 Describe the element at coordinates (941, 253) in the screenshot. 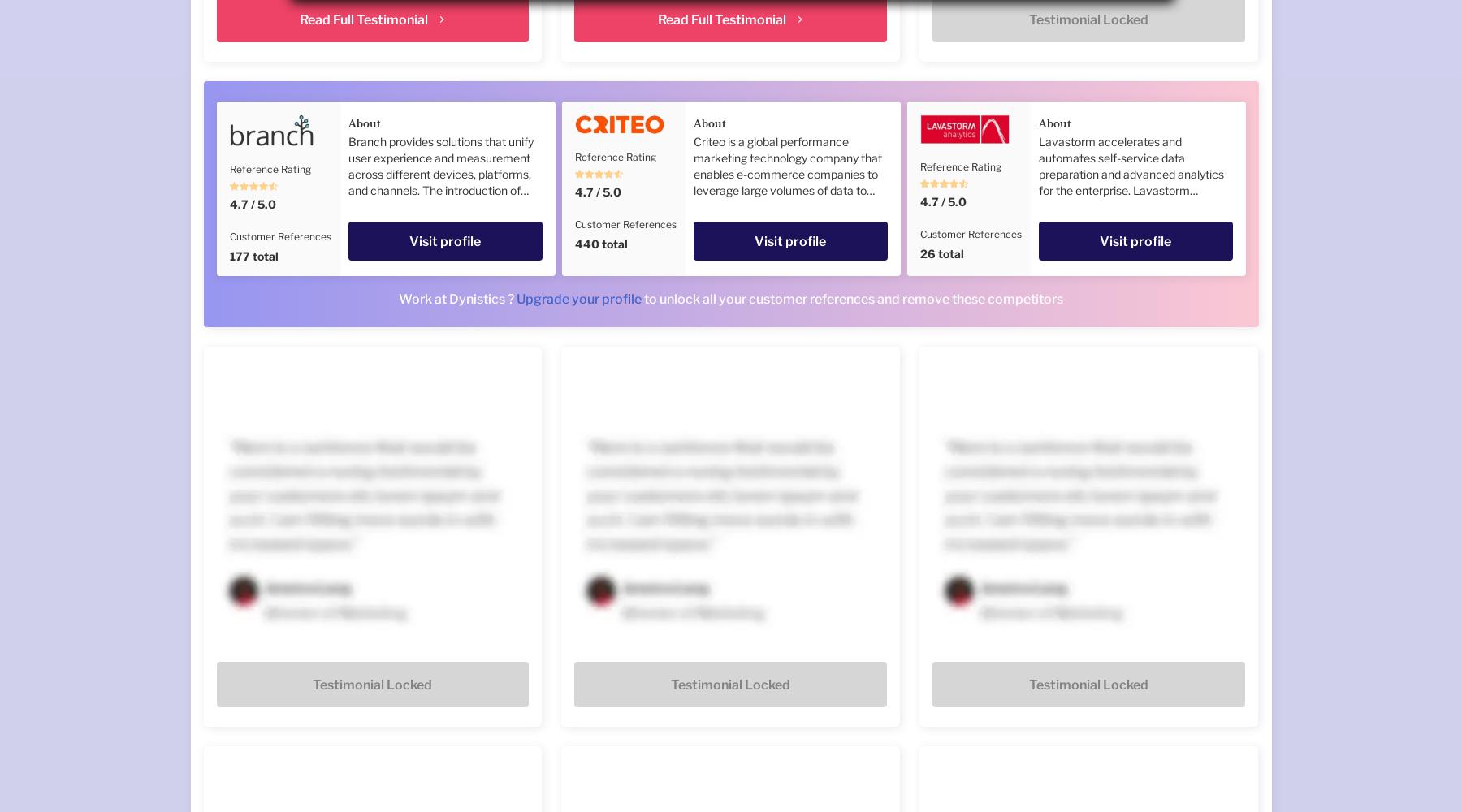

I see `'26 total'` at that location.